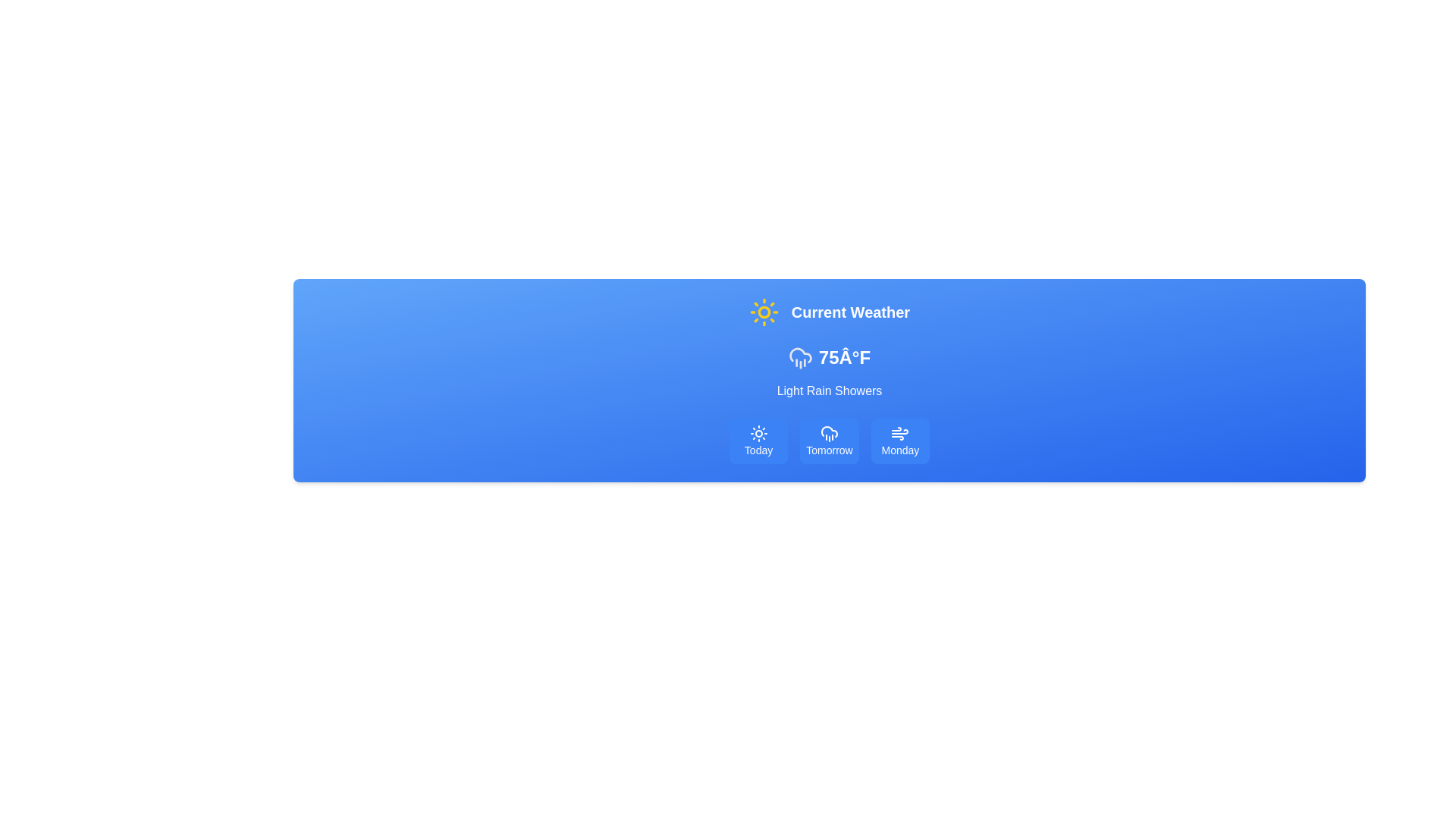 Image resolution: width=1456 pixels, height=819 pixels. I want to click on text content of the Text label that provides additional weather information about the current atmospheric condition, located at the bottom of the vertical group containing the temperature and weather icon, so click(829, 391).